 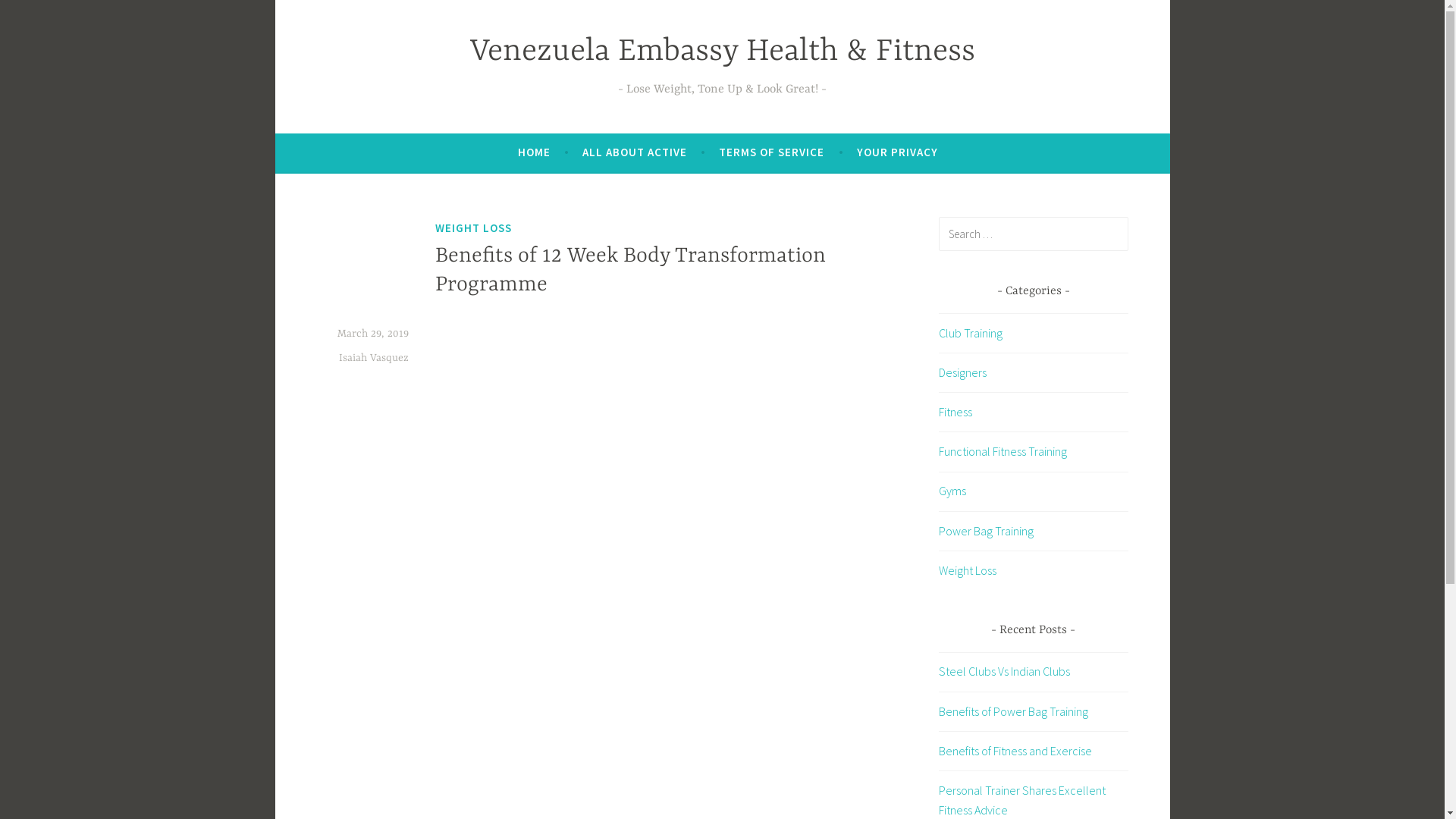 I want to click on 'Functional Fitness Training', so click(x=1003, y=450).